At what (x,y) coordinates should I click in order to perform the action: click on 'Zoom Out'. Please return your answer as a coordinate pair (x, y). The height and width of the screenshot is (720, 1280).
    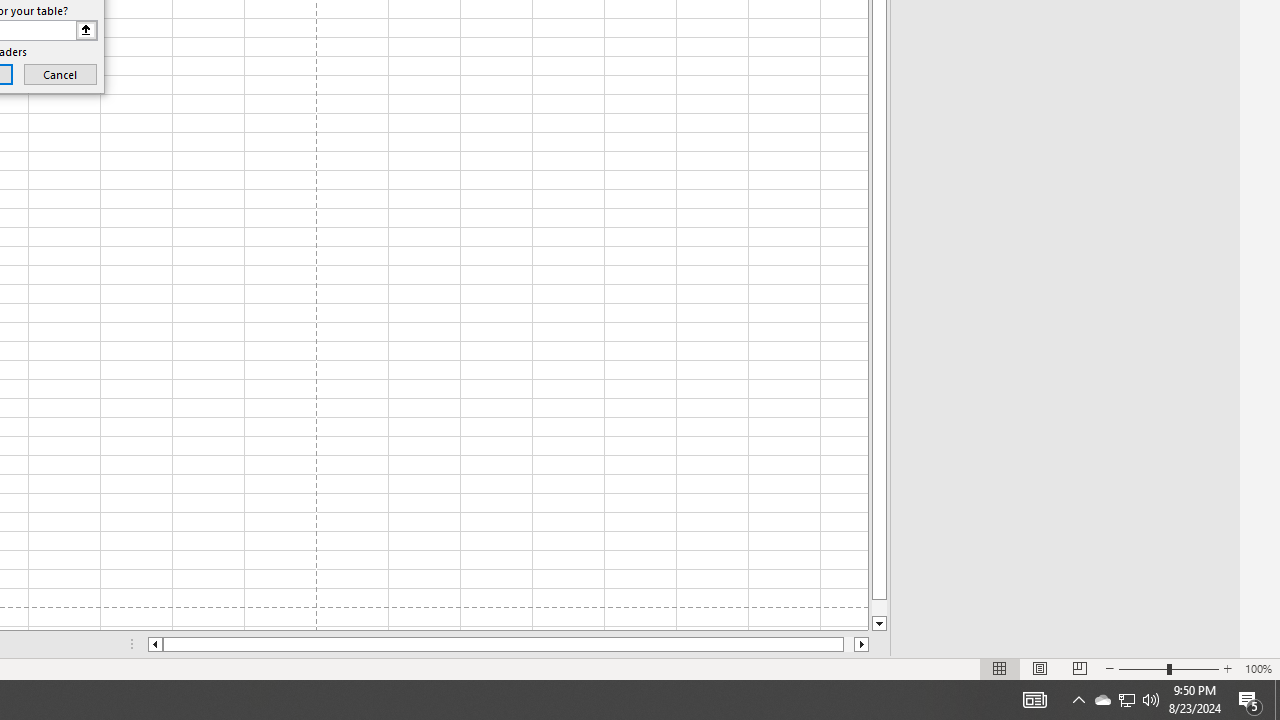
    Looking at the image, I should click on (1143, 669).